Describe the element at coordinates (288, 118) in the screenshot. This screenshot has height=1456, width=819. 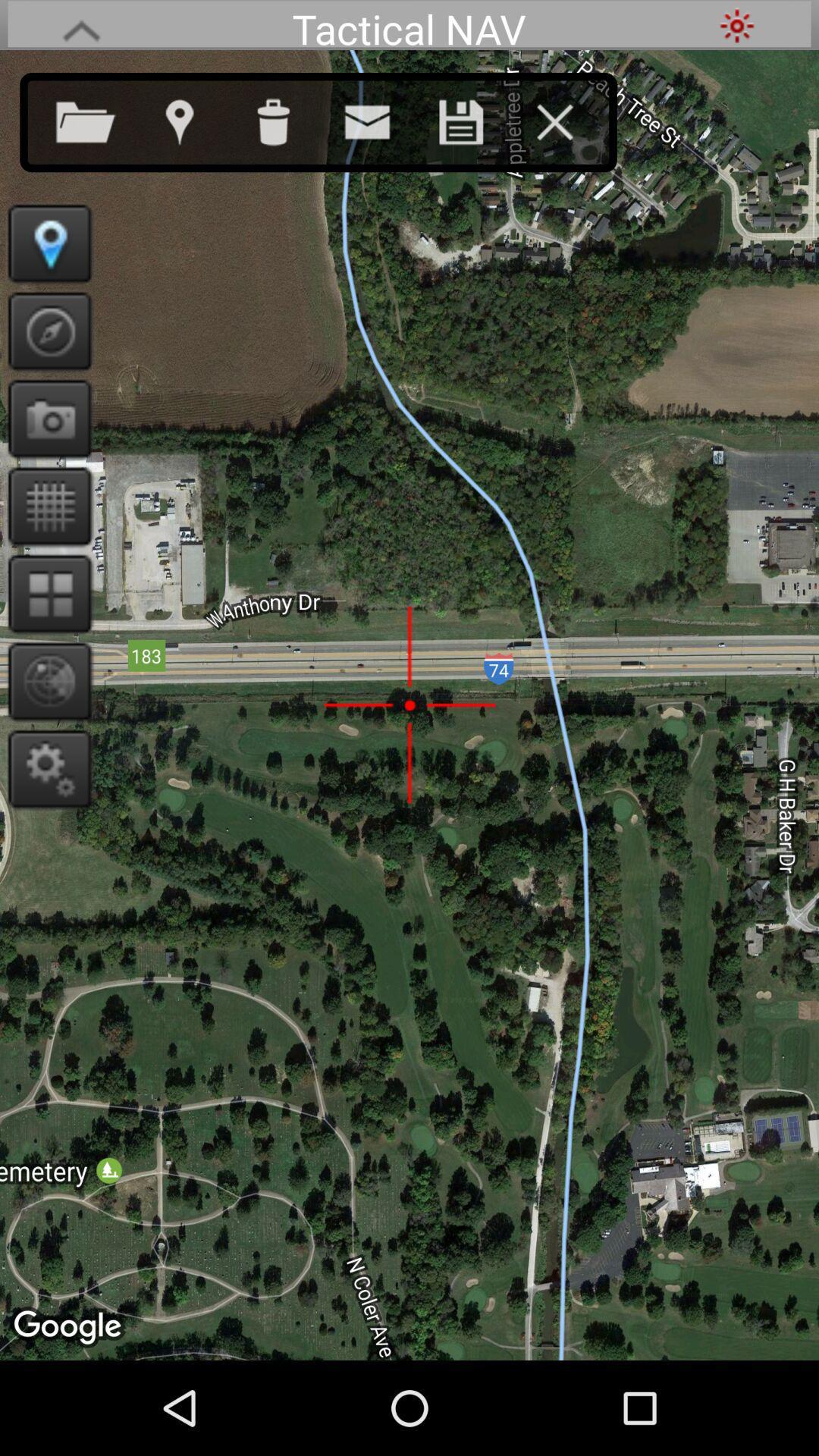
I see `delete point` at that location.